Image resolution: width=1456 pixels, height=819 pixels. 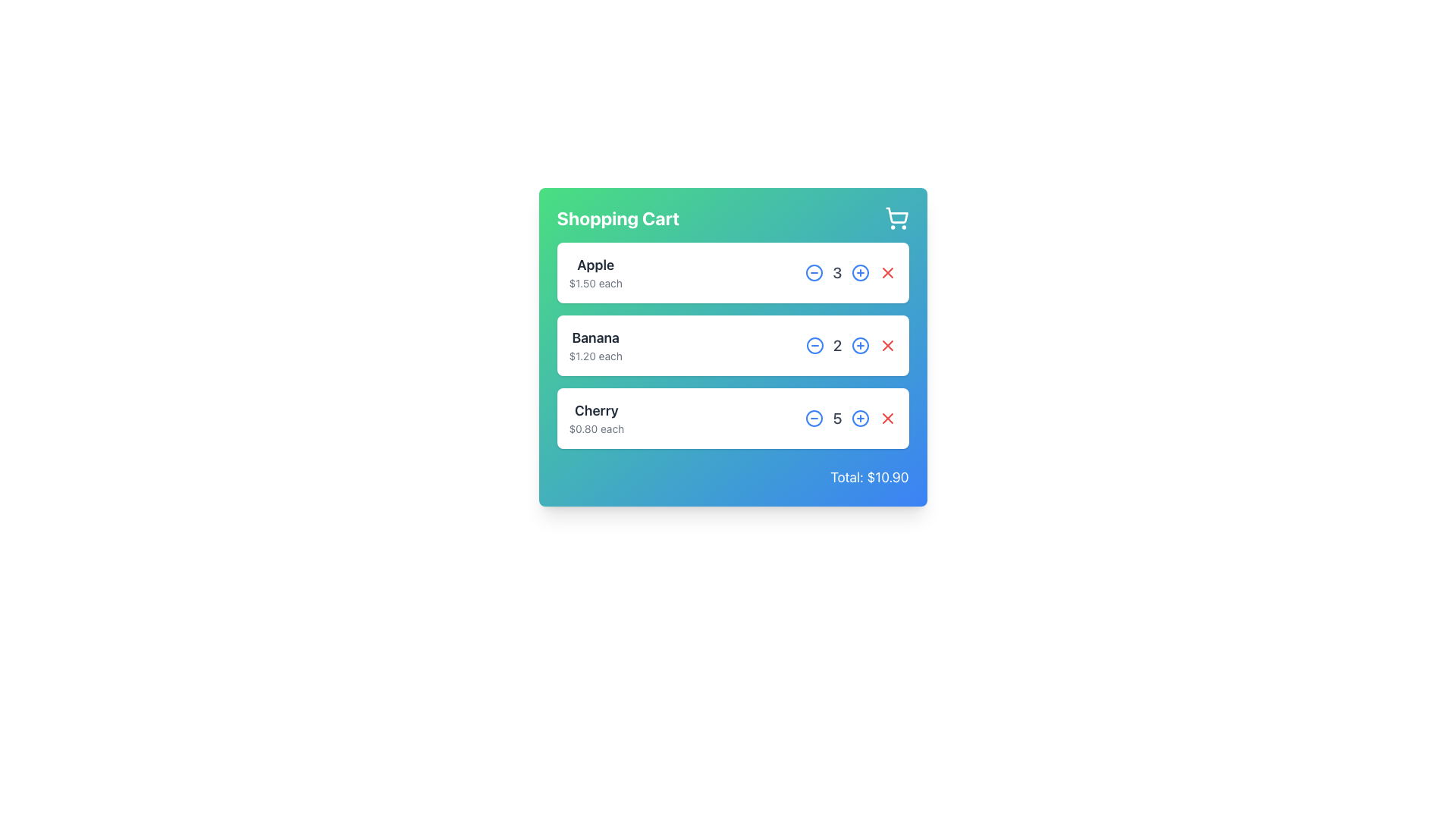 What do you see at coordinates (860, 418) in the screenshot?
I see `the SVG Circle representing the 'plus' symbol for the product 'Cherry' in the shopping cart interface, which has a thin stroke and no fill` at bounding box center [860, 418].